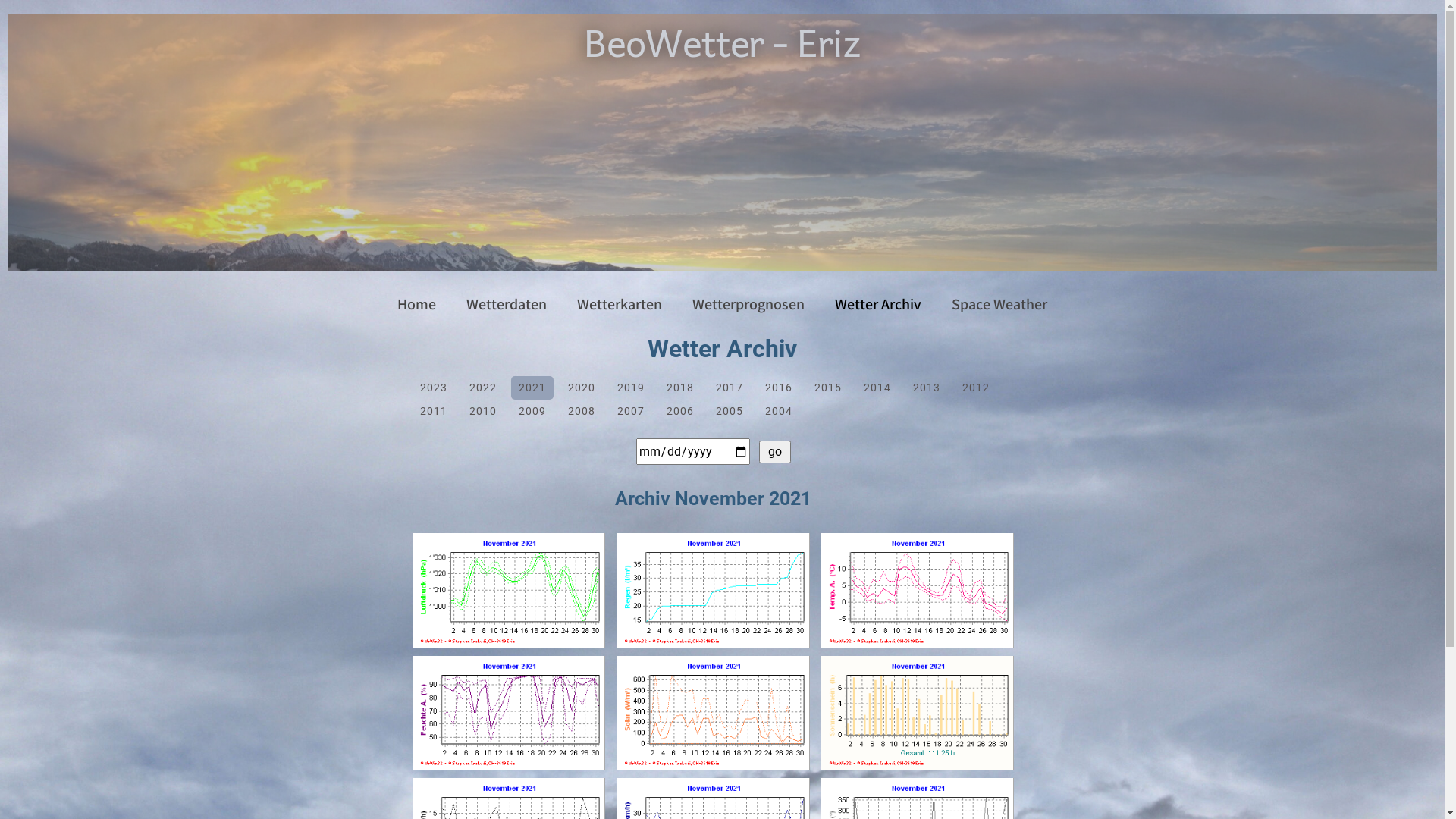  I want to click on '2006', so click(679, 411).